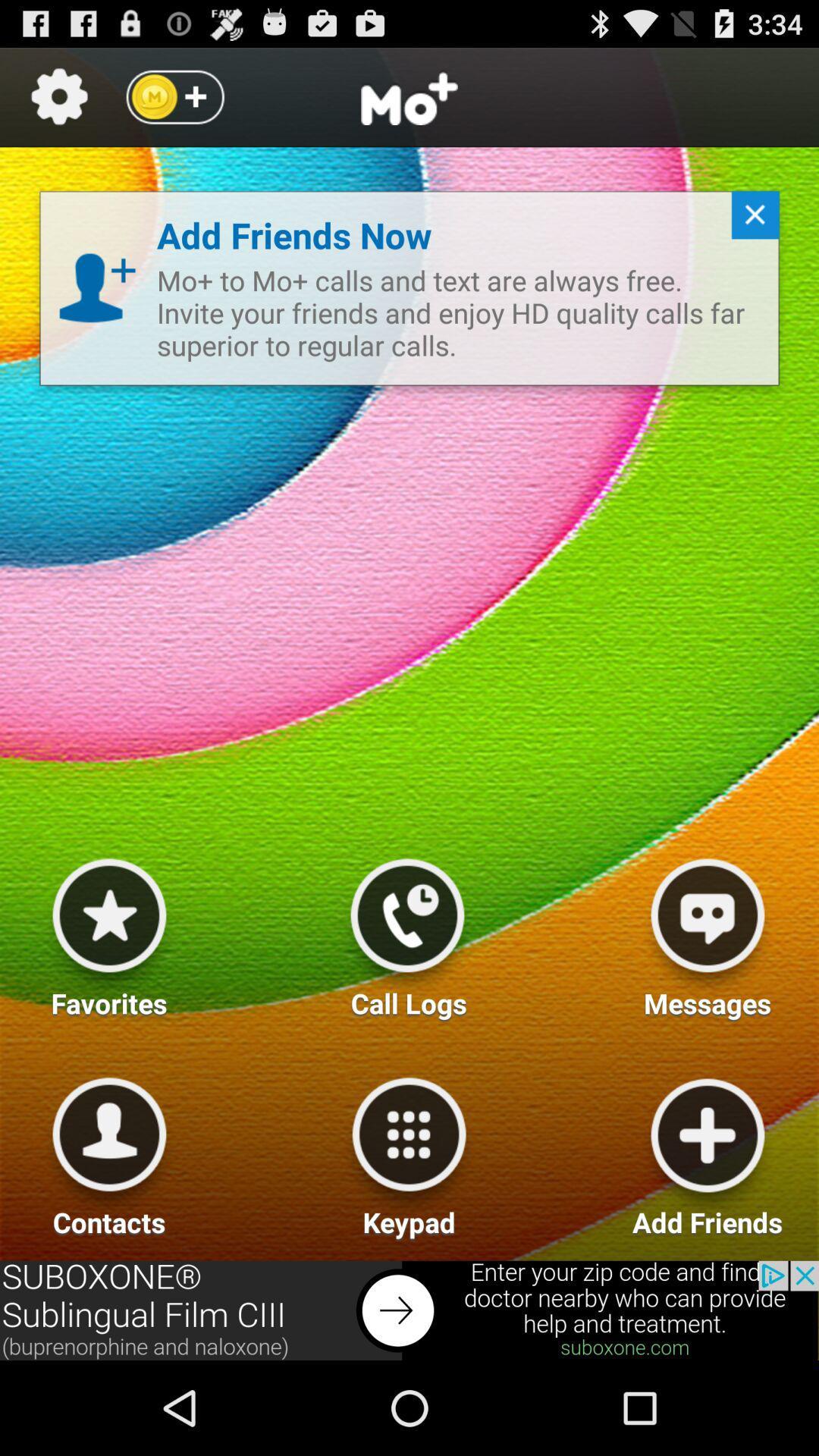  I want to click on visit advertisement website, so click(409, 1310).